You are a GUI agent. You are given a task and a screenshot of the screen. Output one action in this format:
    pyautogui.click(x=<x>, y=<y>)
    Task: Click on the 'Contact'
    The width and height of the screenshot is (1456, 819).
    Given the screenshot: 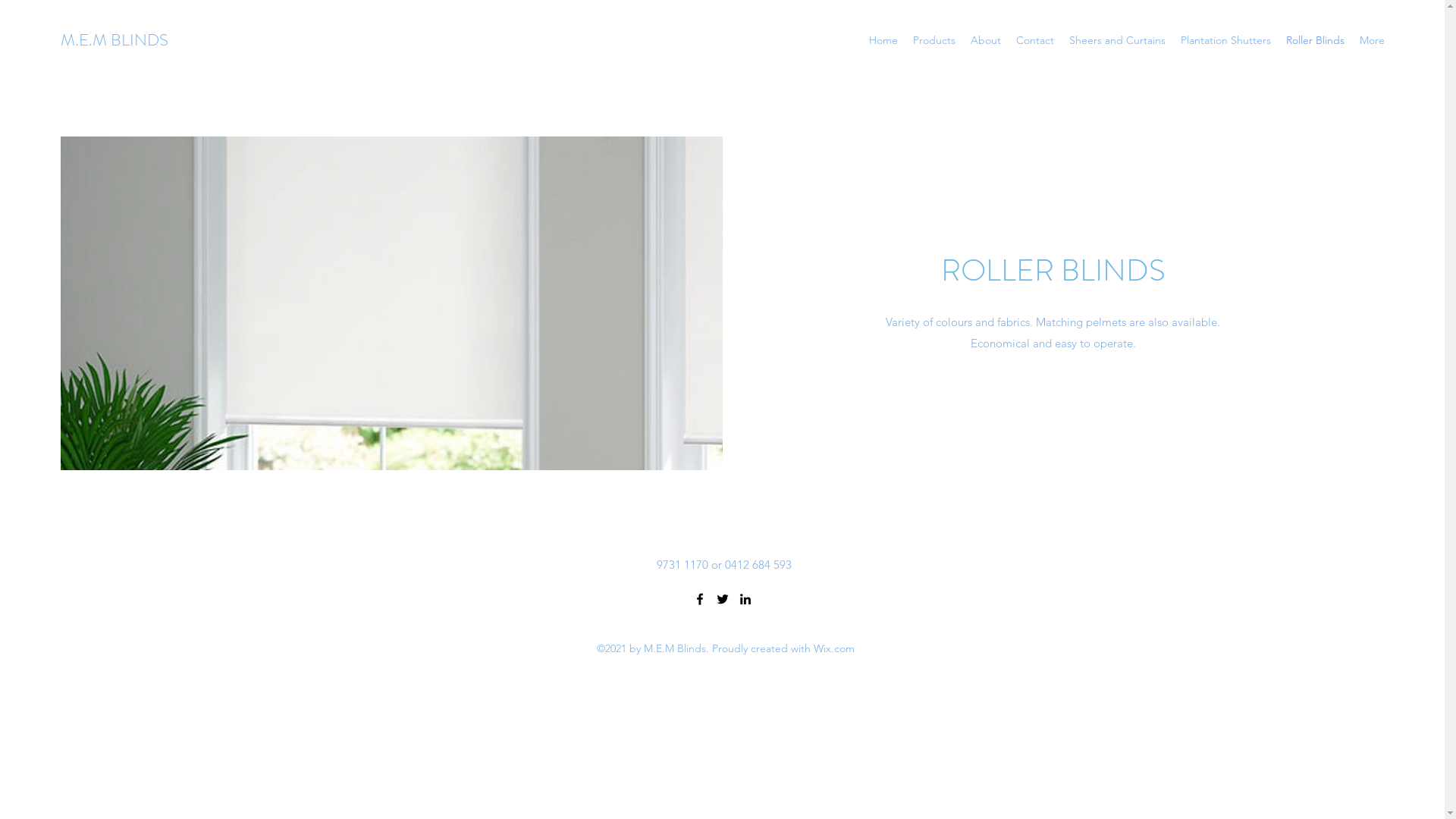 What is the action you would take?
    pyautogui.click(x=1008, y=39)
    